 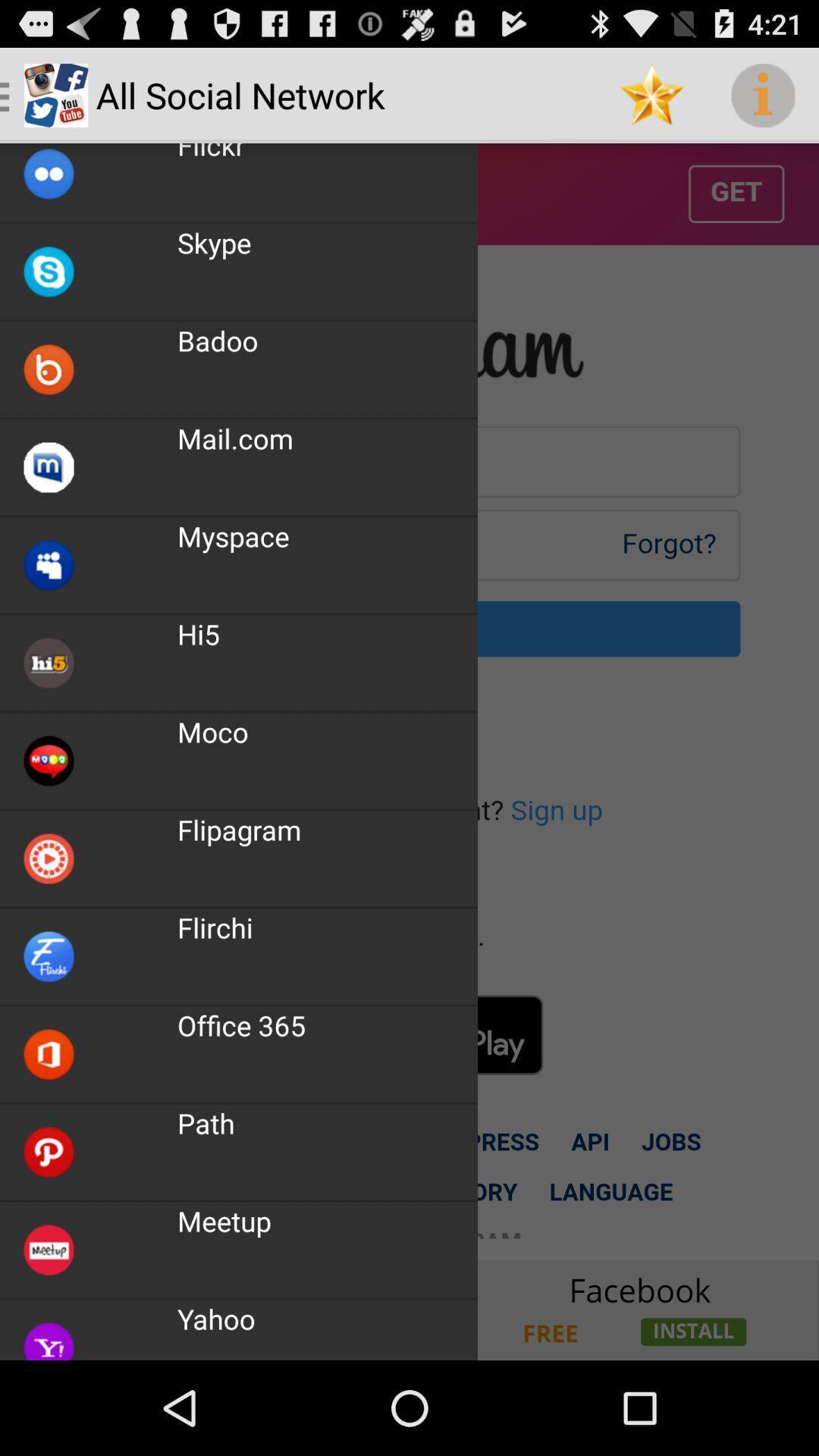 I want to click on the yahoo item, so click(x=216, y=1318).